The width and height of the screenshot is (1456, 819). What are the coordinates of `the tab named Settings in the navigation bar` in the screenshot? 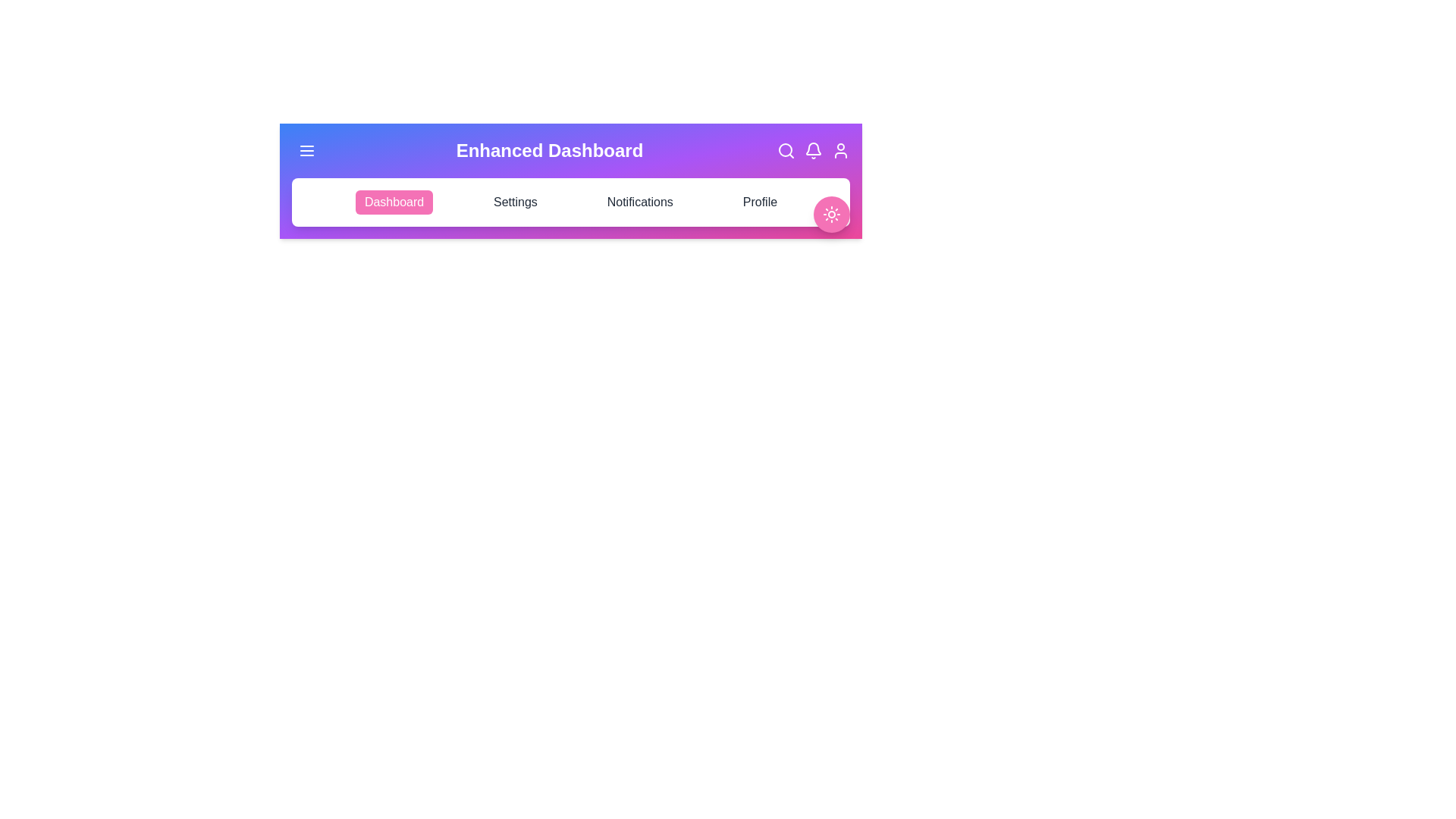 It's located at (516, 201).